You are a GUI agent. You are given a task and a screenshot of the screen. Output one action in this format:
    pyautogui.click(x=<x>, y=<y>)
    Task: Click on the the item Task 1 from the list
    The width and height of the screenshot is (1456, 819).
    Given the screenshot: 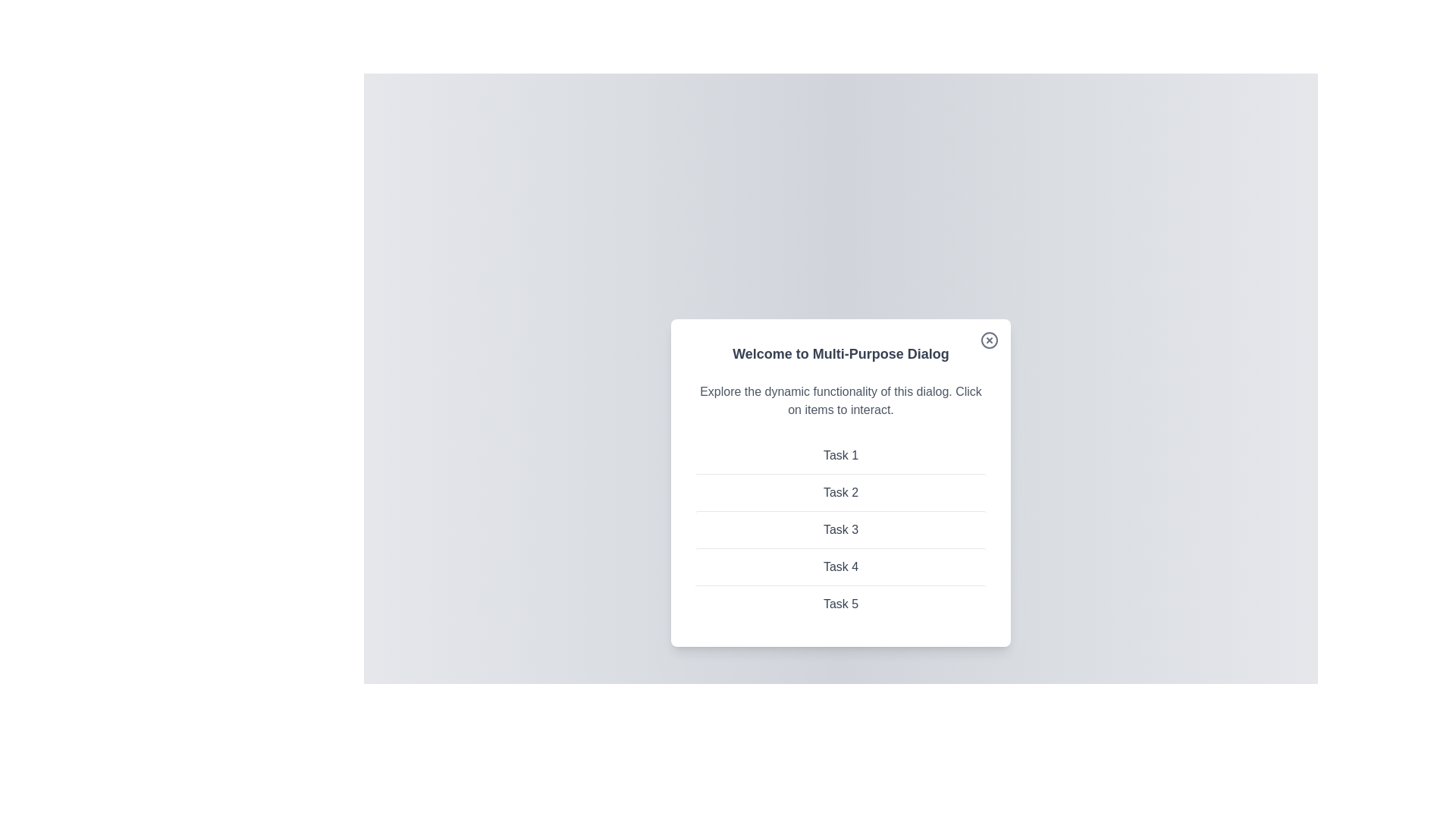 What is the action you would take?
    pyautogui.click(x=839, y=455)
    